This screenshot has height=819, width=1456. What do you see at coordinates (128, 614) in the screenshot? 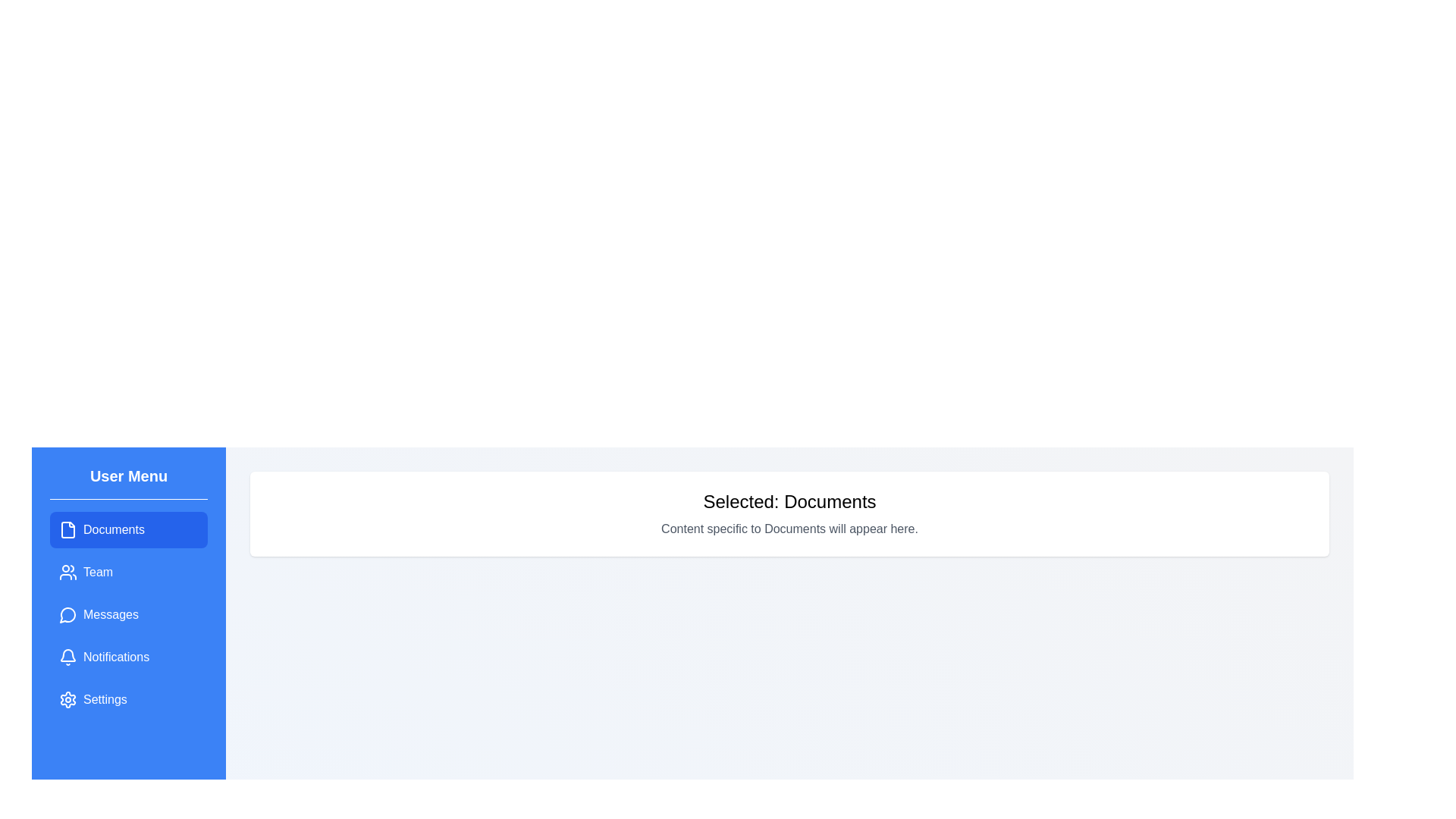
I see `the menu item labeled 'Messages' to observe its hover effect` at bounding box center [128, 614].